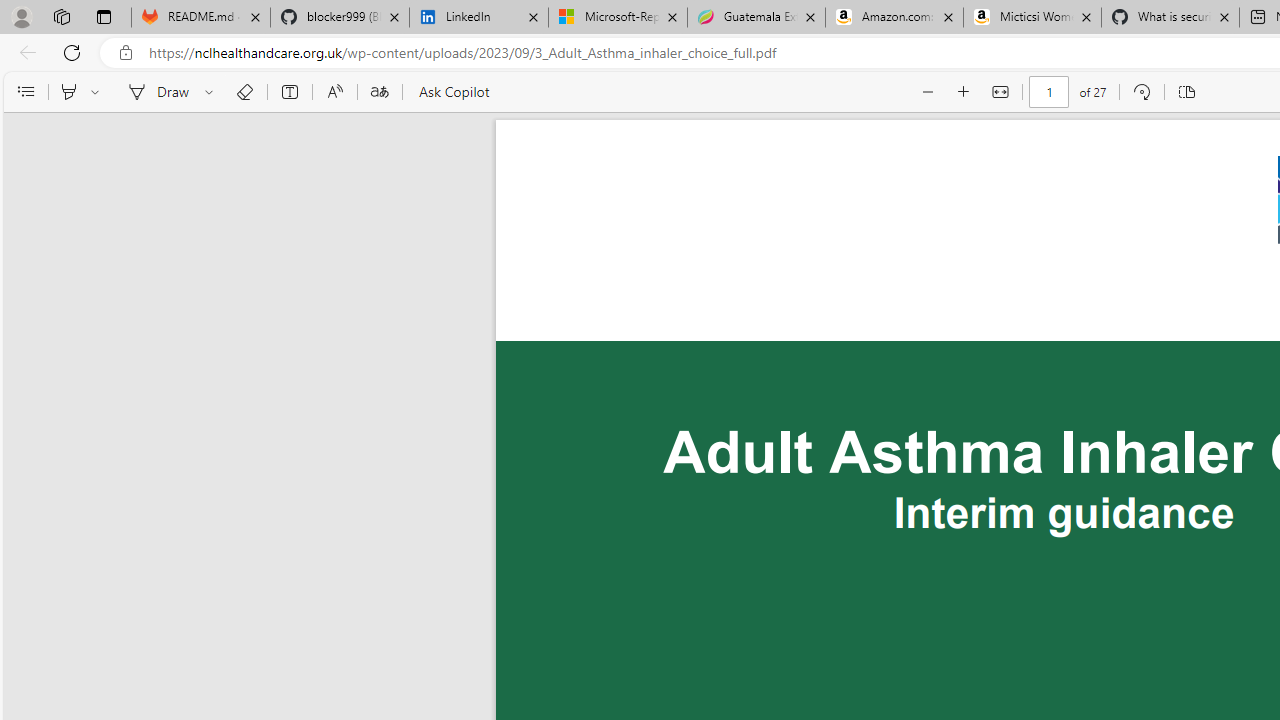 The width and height of the screenshot is (1280, 720). I want to click on 'Select ink properties', so click(212, 92).